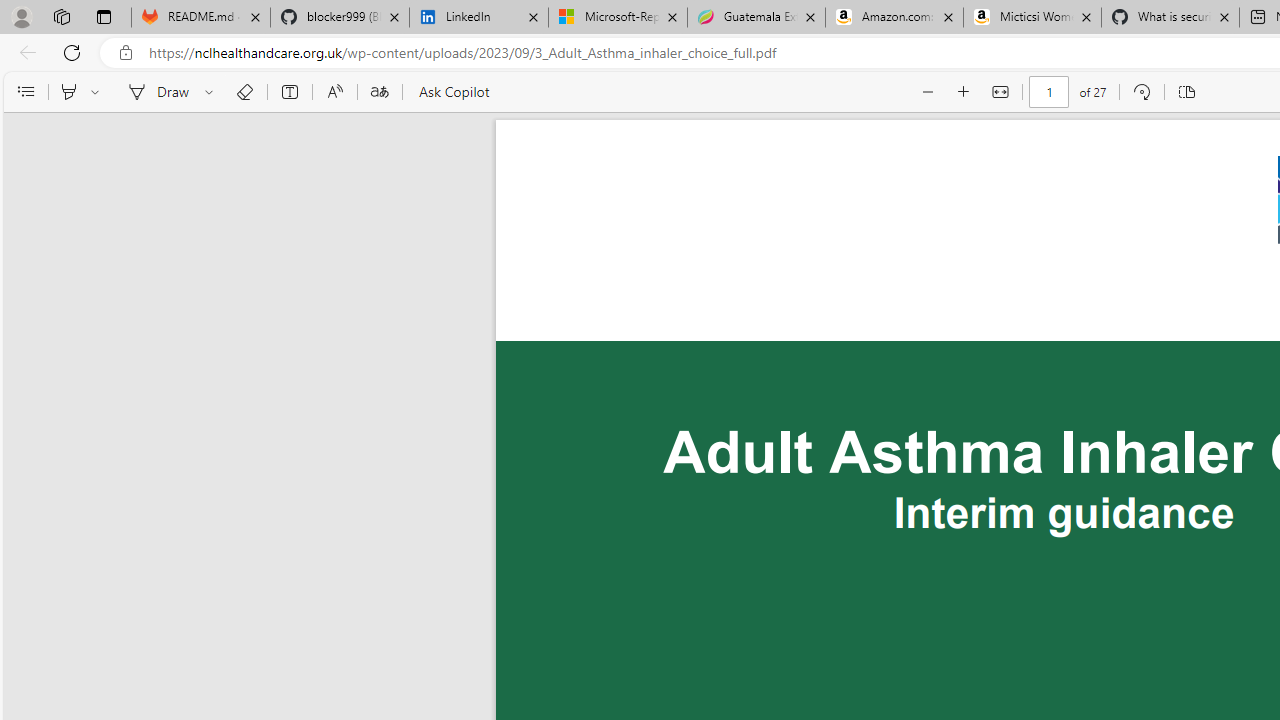 The width and height of the screenshot is (1280, 720). I want to click on 'Select ink properties', so click(212, 92).